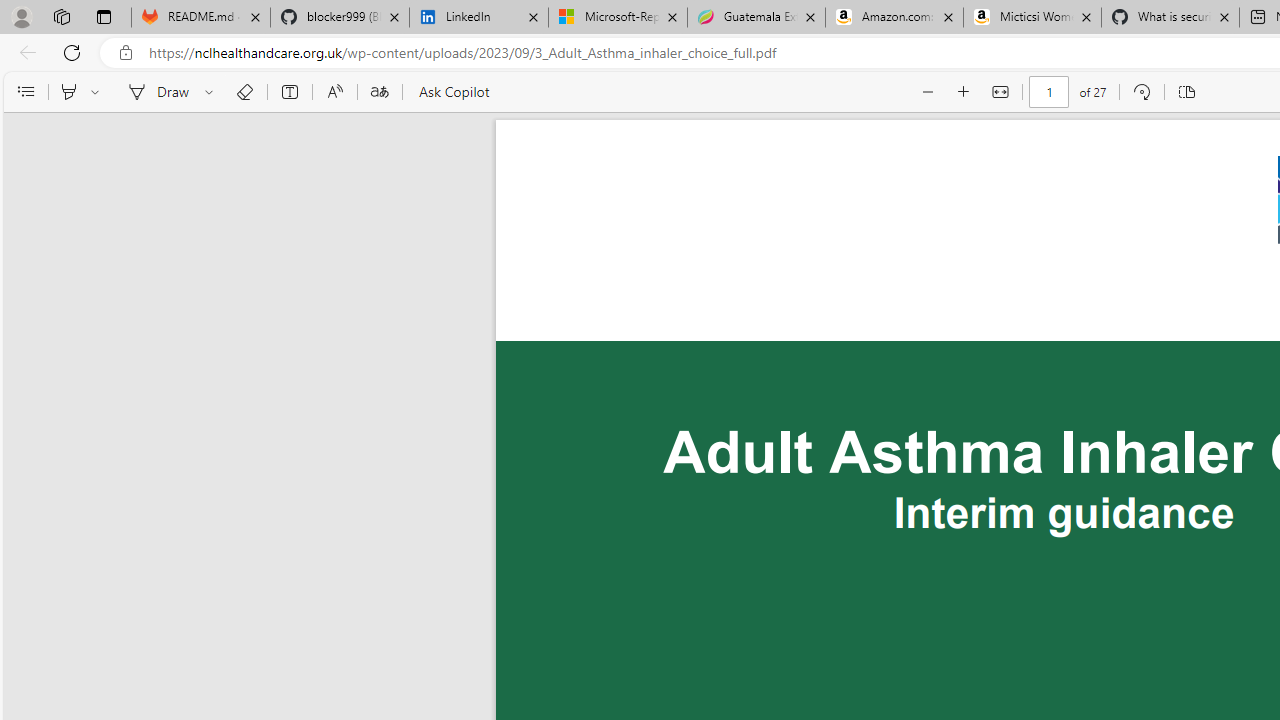 The width and height of the screenshot is (1280, 720). I want to click on 'Select ink properties', so click(212, 92).